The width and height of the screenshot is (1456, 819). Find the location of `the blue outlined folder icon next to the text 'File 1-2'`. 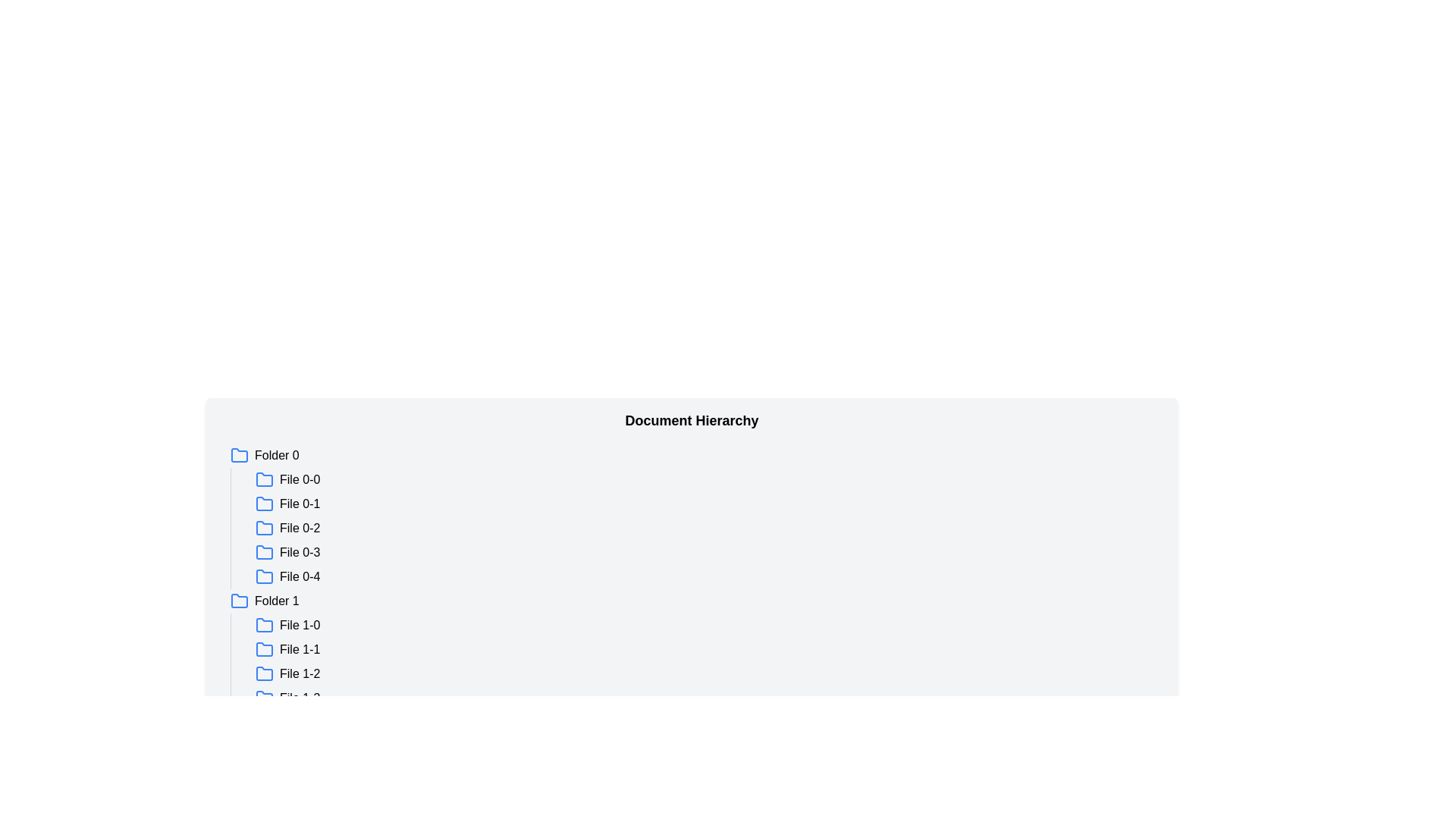

the blue outlined folder icon next to the text 'File 1-2' is located at coordinates (265, 672).